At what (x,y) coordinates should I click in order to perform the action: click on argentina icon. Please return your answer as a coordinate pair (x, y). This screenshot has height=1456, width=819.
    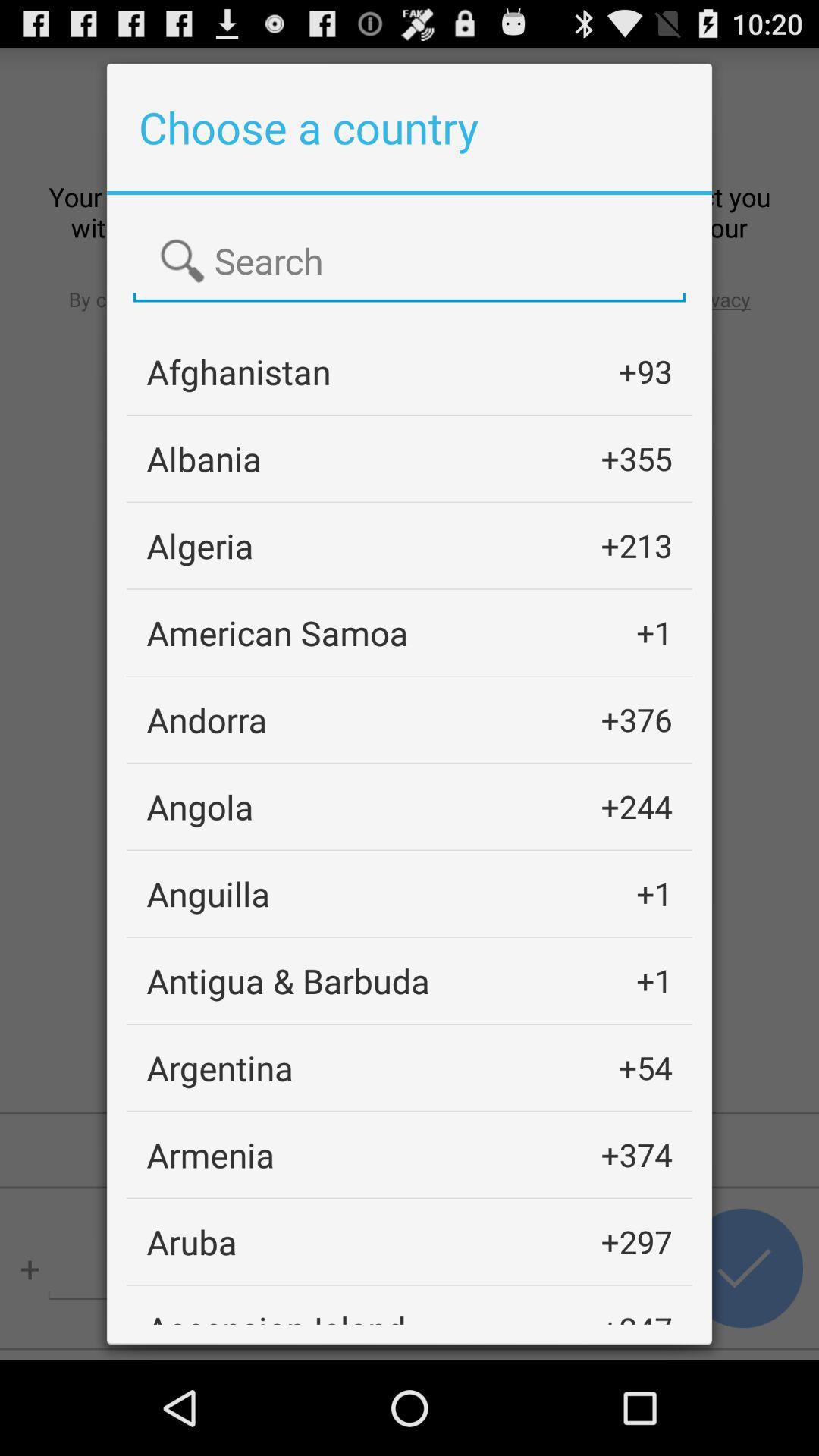
    Looking at the image, I should click on (220, 1067).